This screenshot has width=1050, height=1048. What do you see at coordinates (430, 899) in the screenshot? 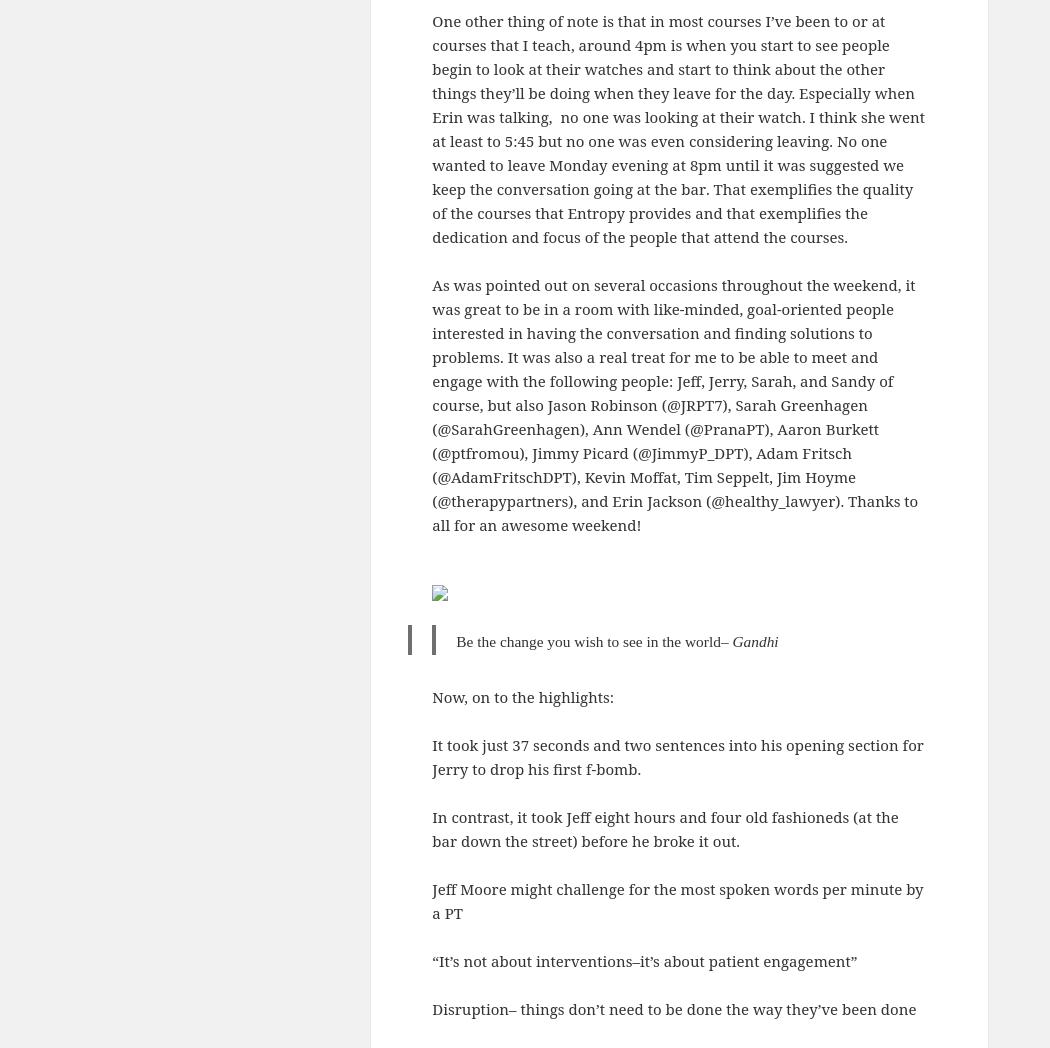
I see `'Jeff Moore might challenge for the most spoken words per minute by a PT'` at bounding box center [430, 899].